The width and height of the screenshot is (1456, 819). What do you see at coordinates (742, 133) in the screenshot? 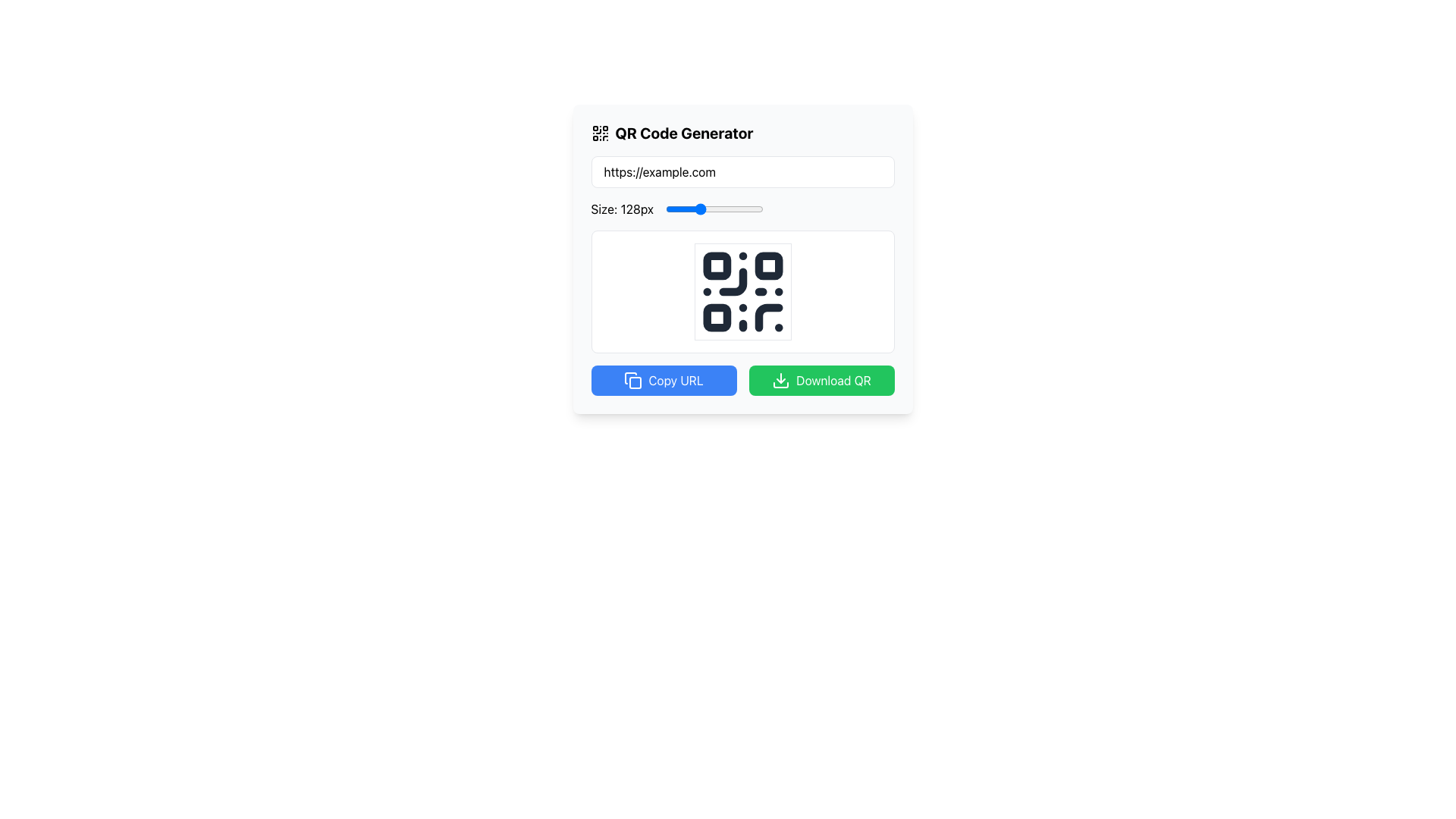
I see `the header row containing the QR code icon and the text 'QR Code Generator', which is the first row in the QR Code Generator form` at bounding box center [742, 133].